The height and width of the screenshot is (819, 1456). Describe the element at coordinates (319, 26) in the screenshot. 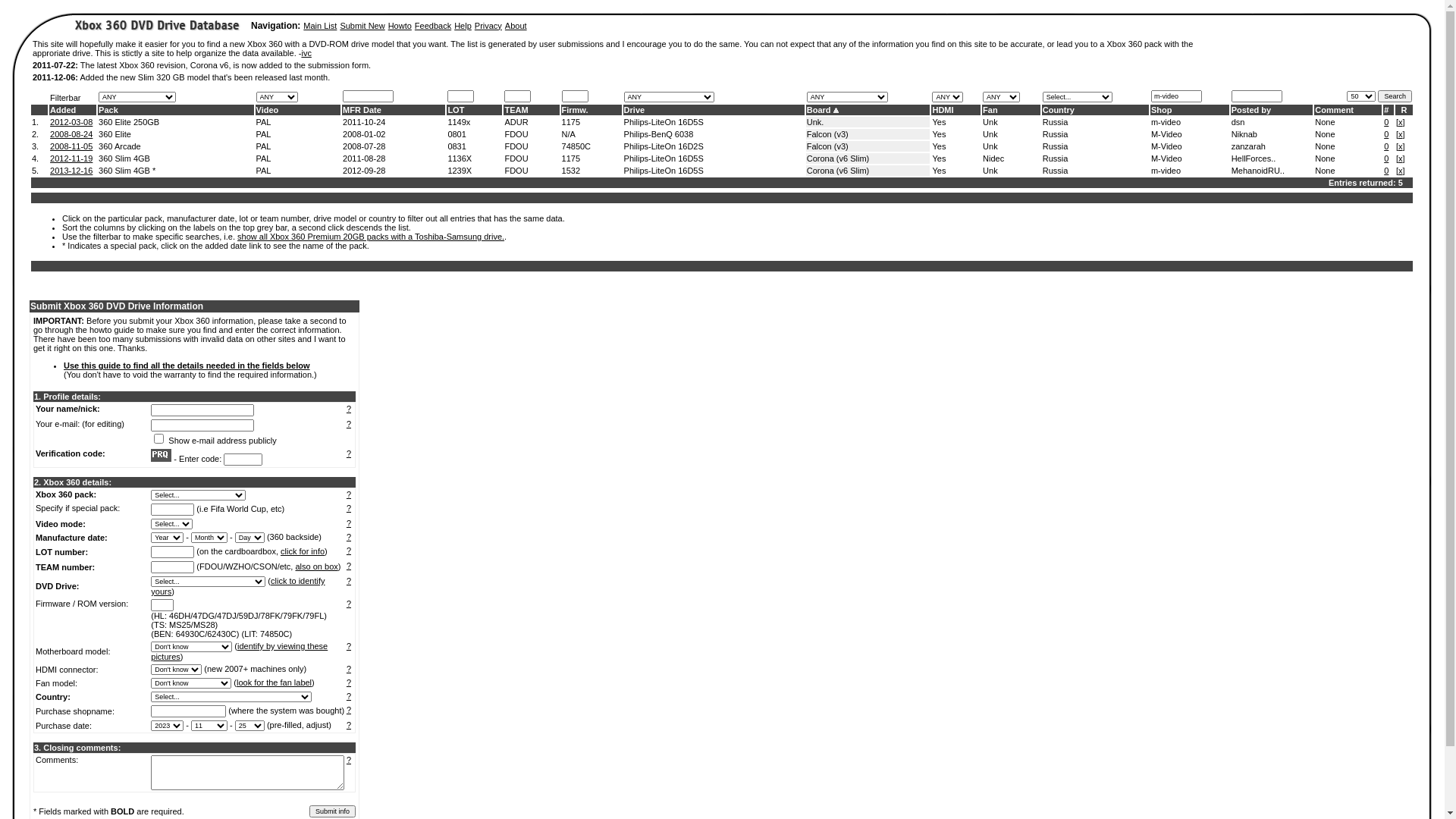

I see `'Main List'` at that location.